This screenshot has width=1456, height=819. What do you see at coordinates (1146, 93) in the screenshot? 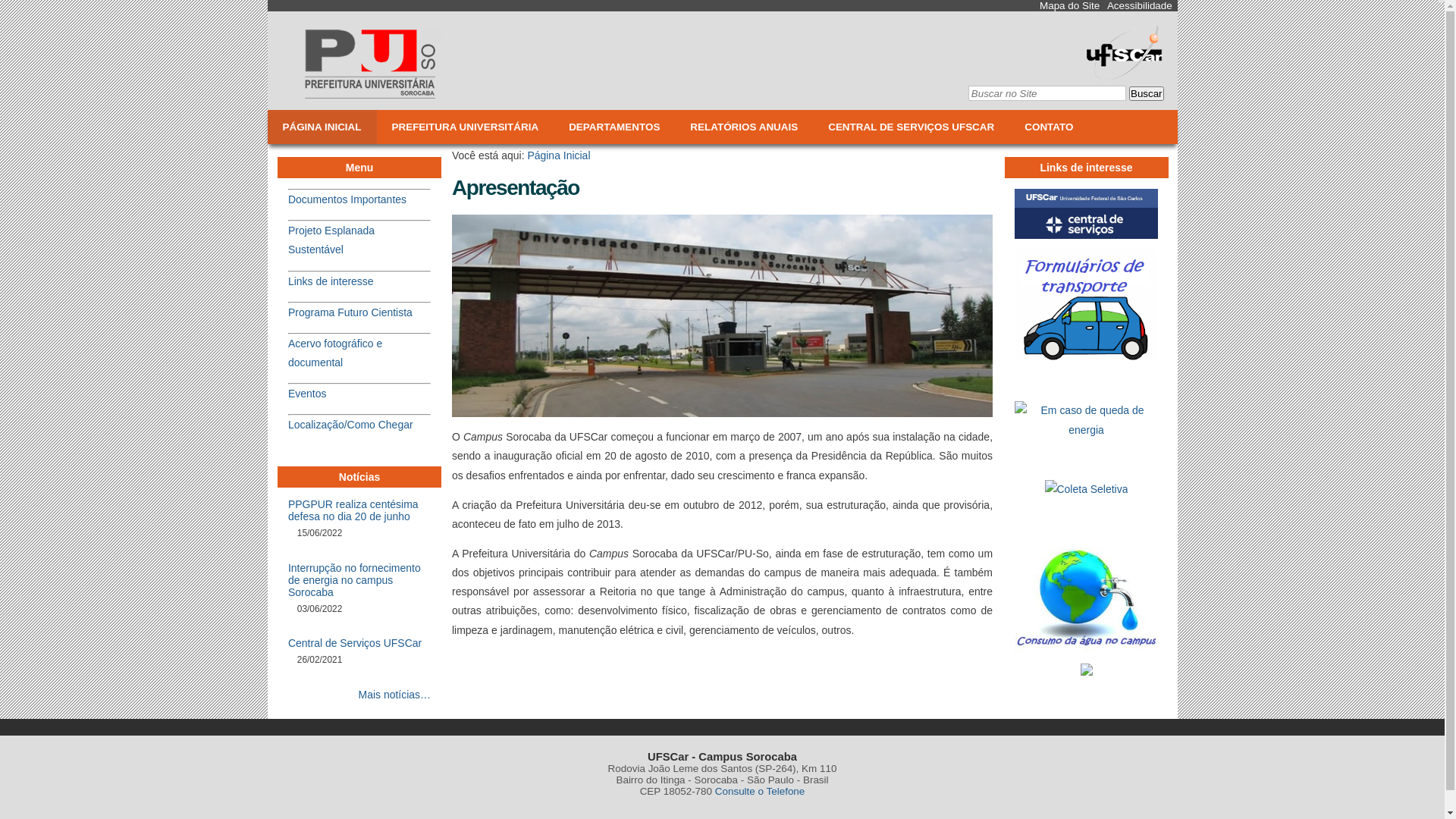
I see `'Buscar'` at bounding box center [1146, 93].